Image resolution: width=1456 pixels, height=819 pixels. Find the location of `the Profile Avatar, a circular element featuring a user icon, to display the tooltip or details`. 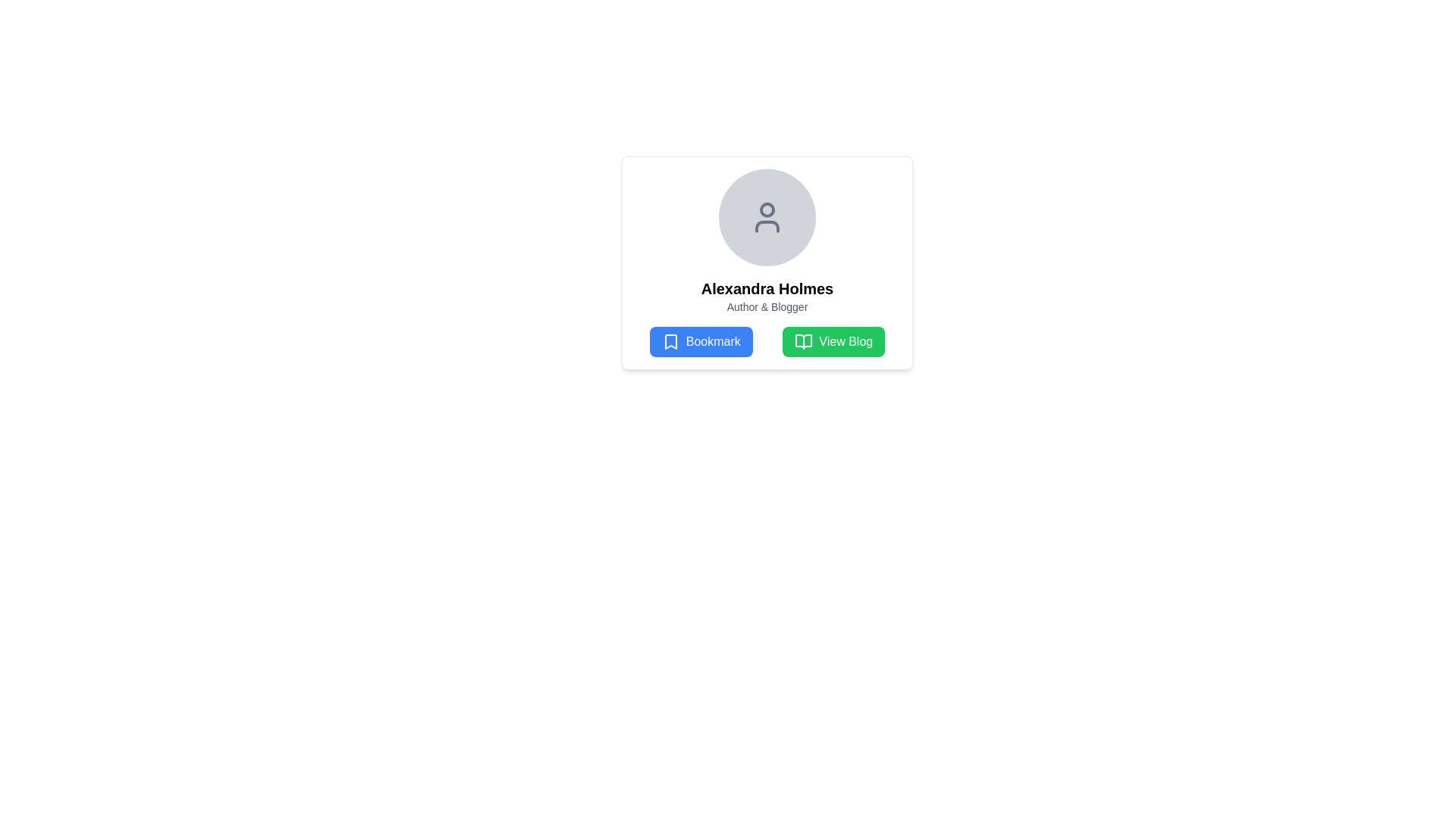

the Profile Avatar, a circular element featuring a user icon, to display the tooltip or details is located at coordinates (767, 217).